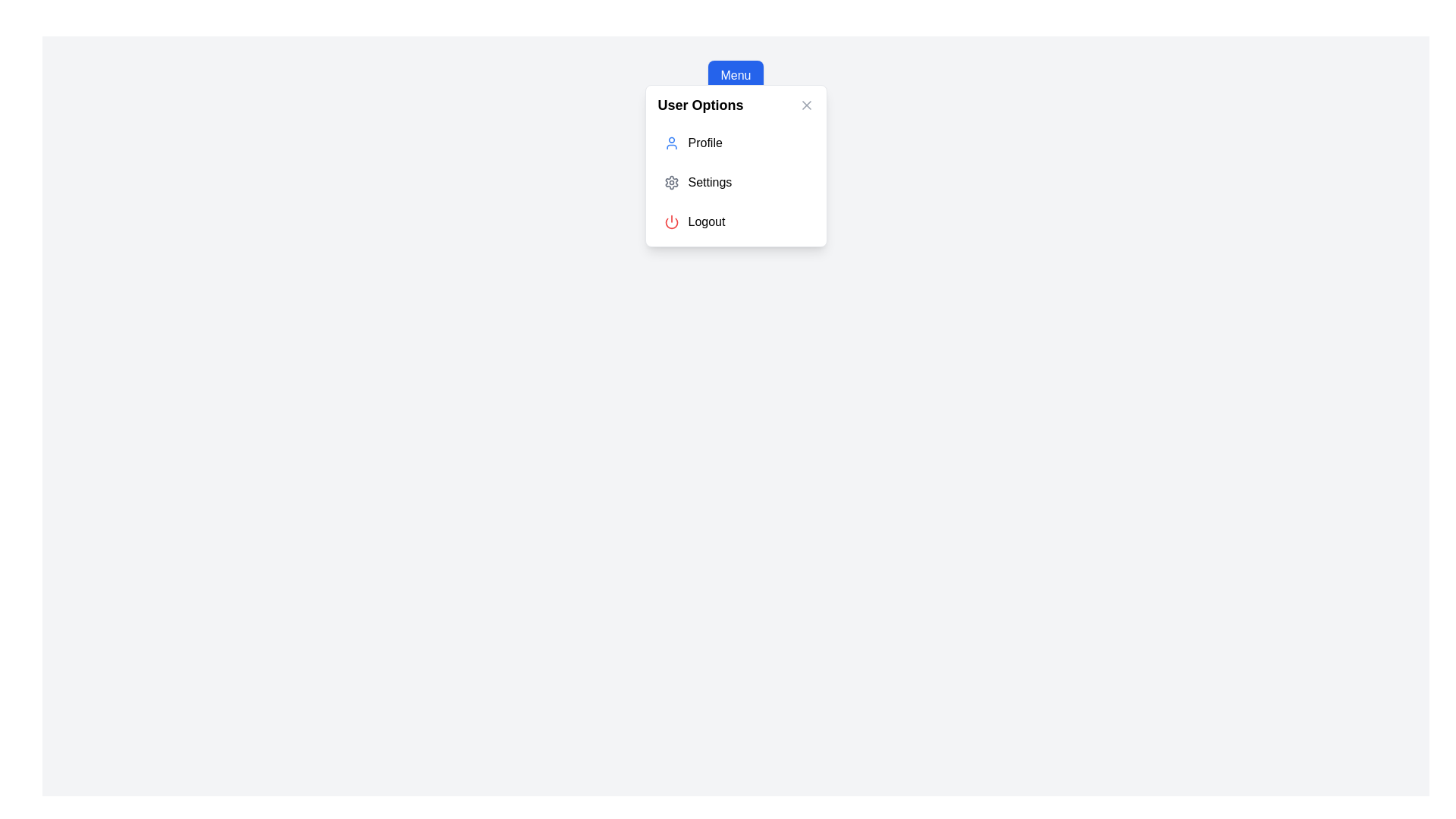 The image size is (1456, 819). What do you see at coordinates (670, 181) in the screenshot?
I see `the gear-like settings icon located inside the 'Settings' option of the dropdown menu under 'User Options', which is rendered in gray and appears to the left of the text 'Settings'` at bounding box center [670, 181].